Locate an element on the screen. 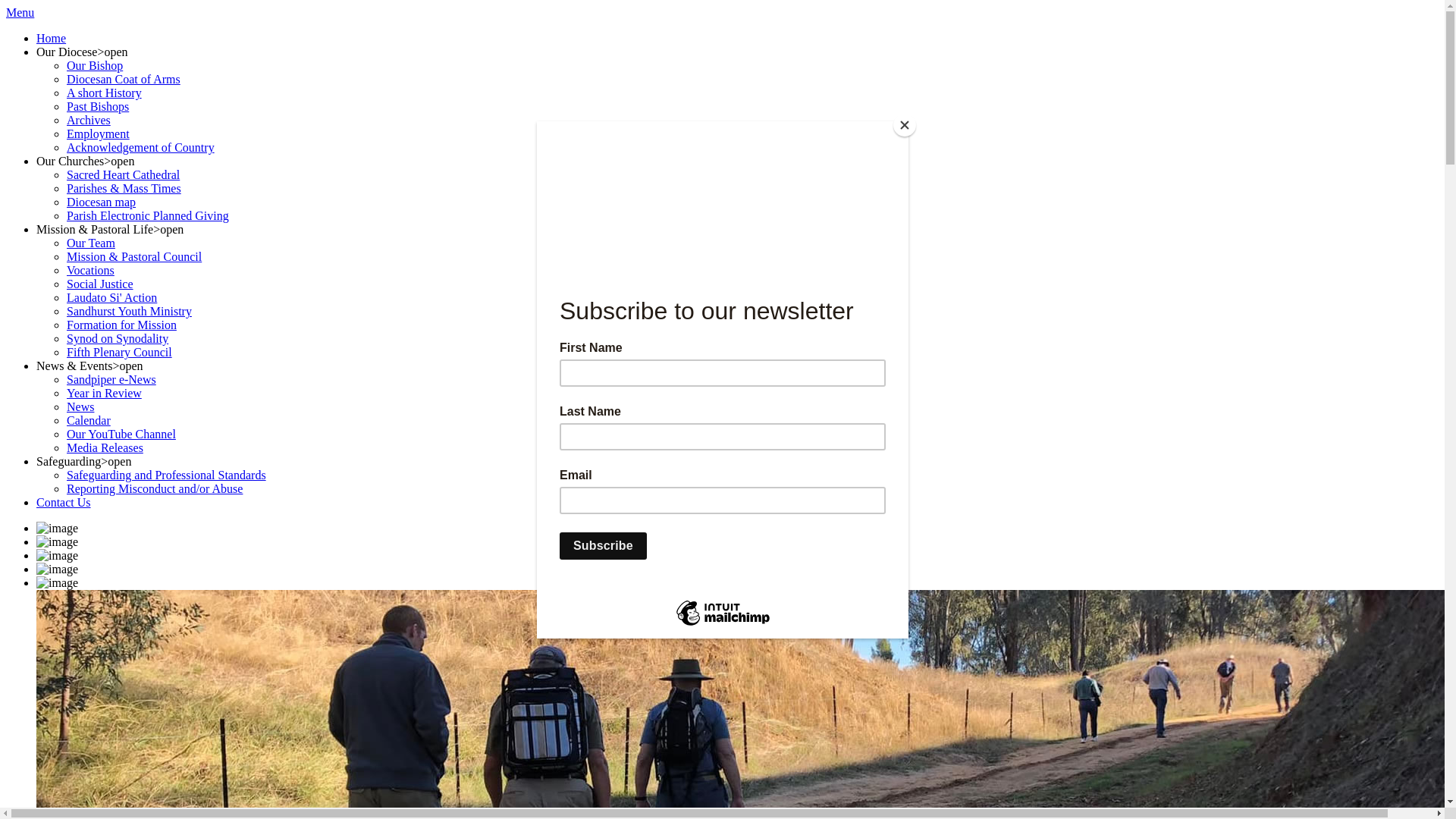 The height and width of the screenshot is (819, 1456). 'Archives' is located at coordinates (65, 119).